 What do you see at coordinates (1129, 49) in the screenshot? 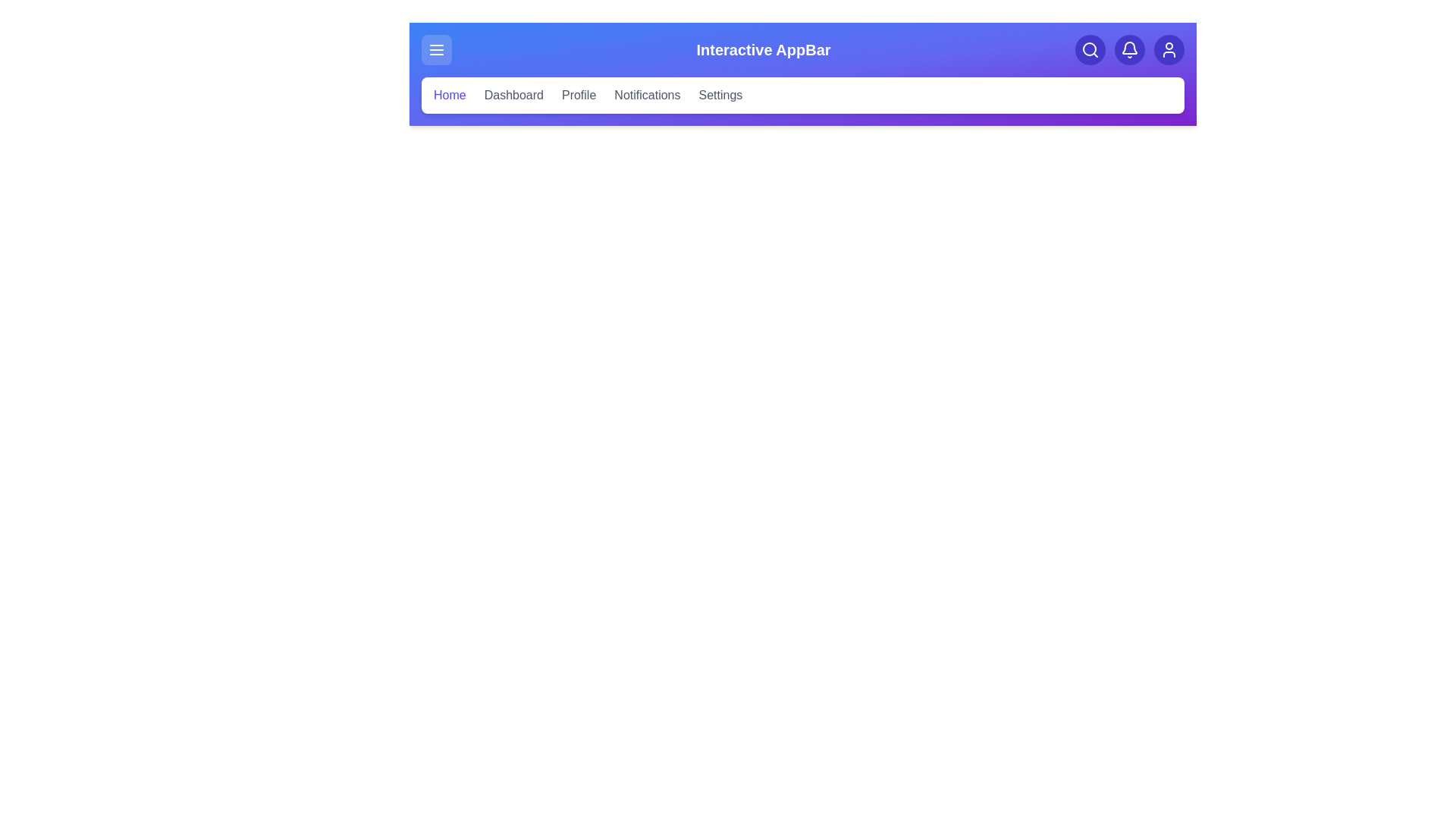
I see `the bell icon to view notifications` at bounding box center [1129, 49].